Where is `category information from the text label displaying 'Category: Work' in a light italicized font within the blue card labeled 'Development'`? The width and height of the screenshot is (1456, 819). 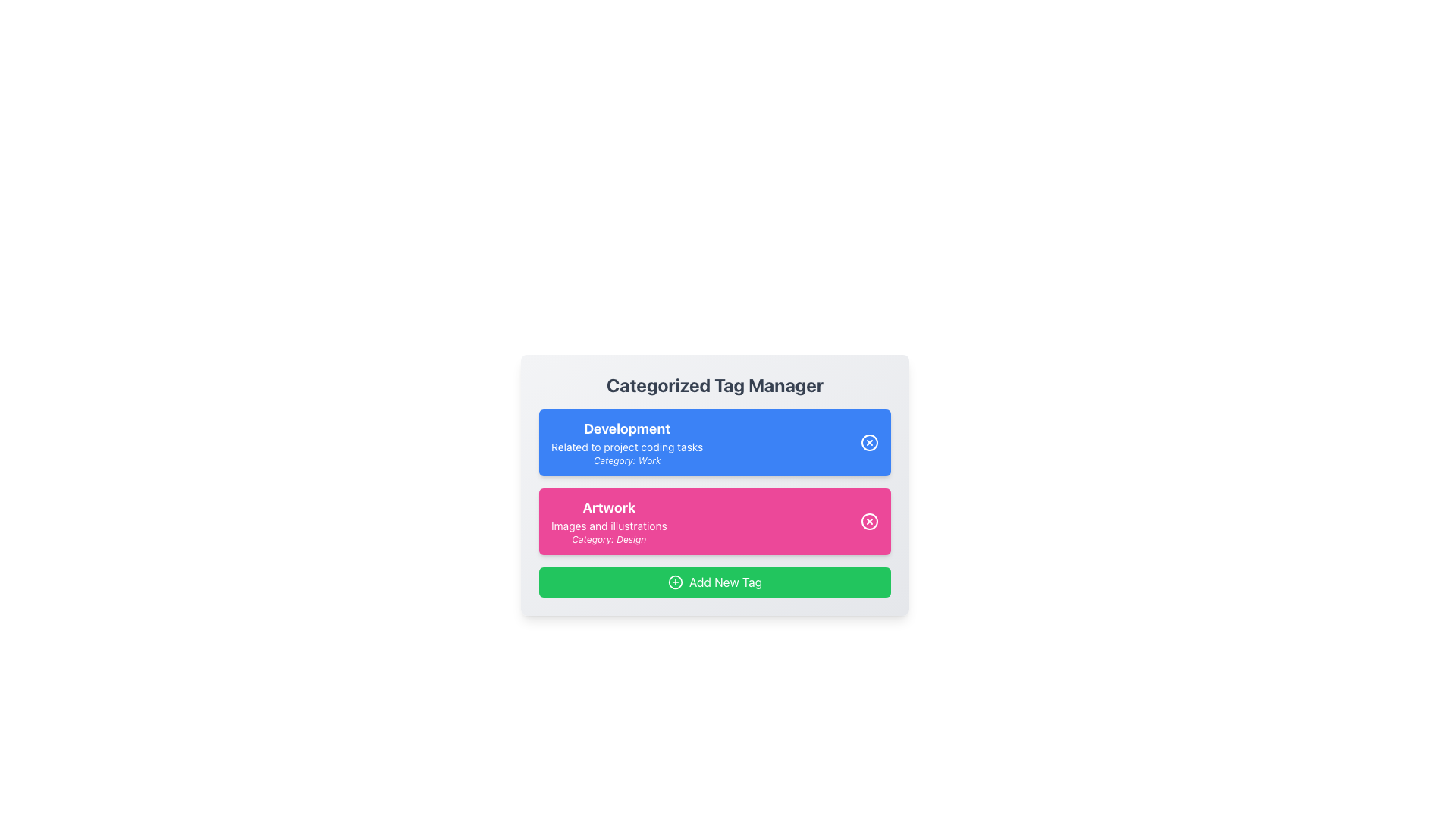
category information from the text label displaying 'Category: Work' in a light italicized font within the blue card labeled 'Development' is located at coordinates (627, 460).